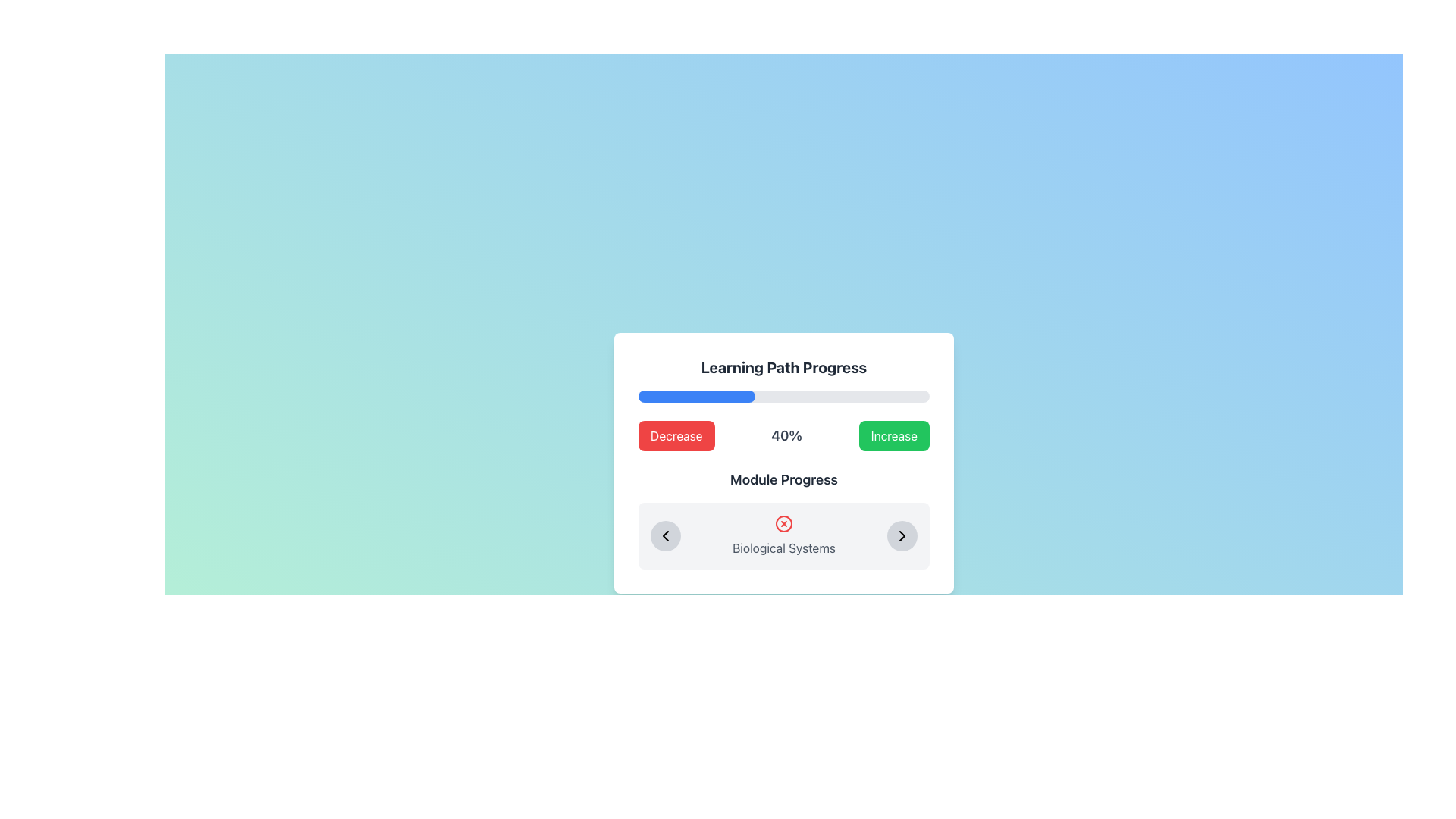  What do you see at coordinates (716, 396) in the screenshot?
I see `progress` at bounding box center [716, 396].